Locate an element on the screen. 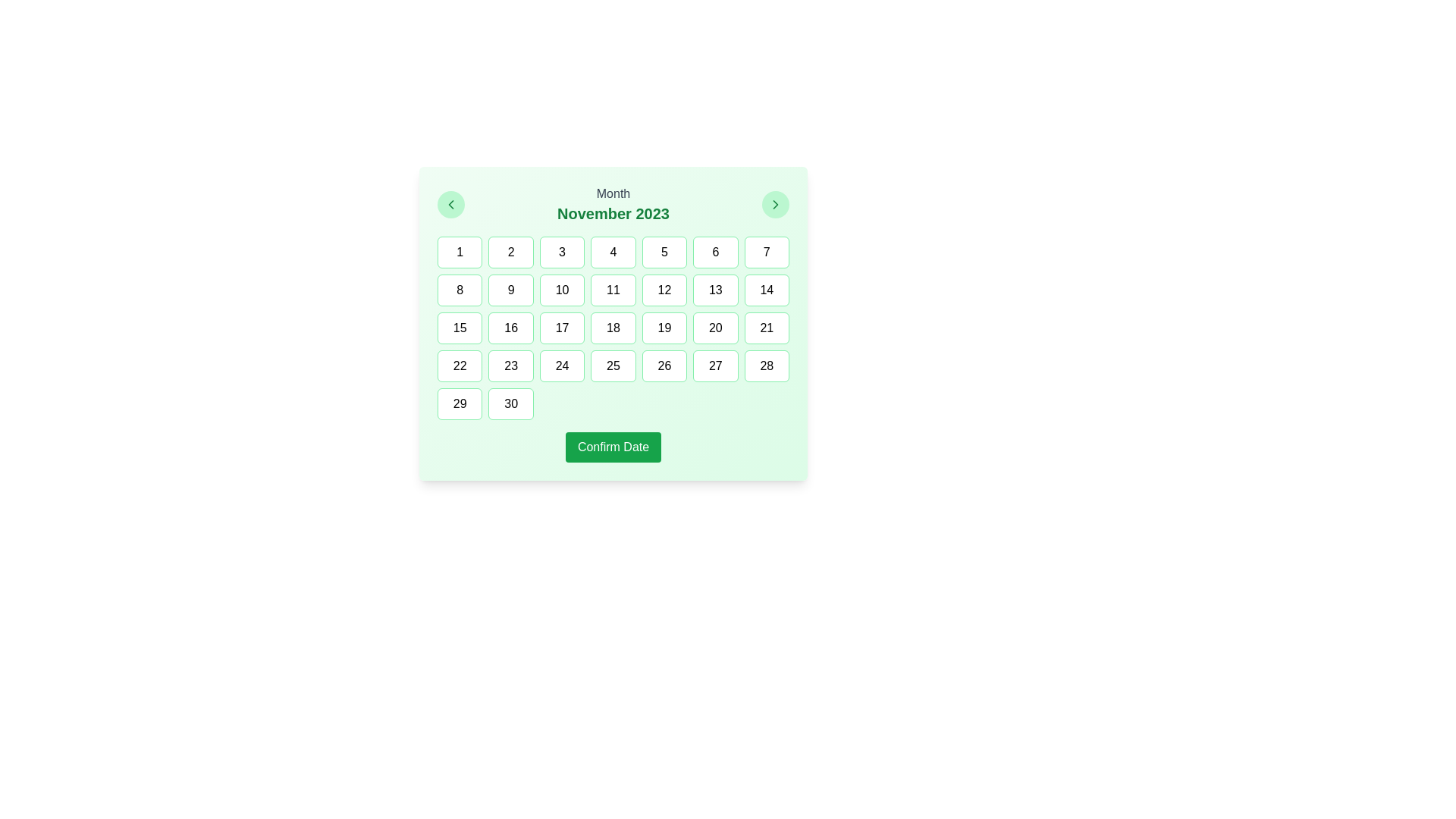 This screenshot has width=1456, height=819. the button representing the date '6' in the calendar interface is located at coordinates (714, 251).